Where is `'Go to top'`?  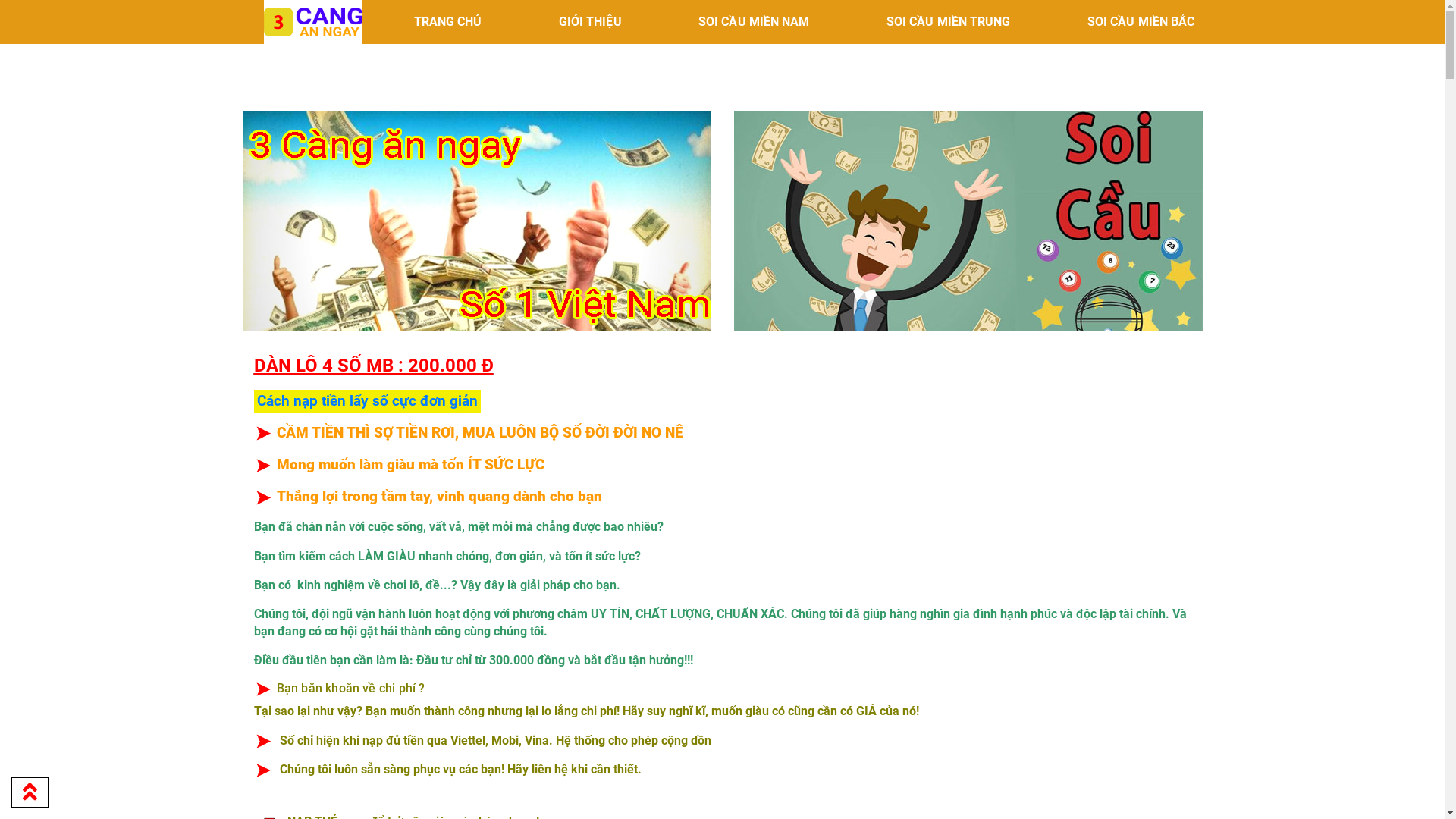
'Go to top' is located at coordinates (30, 792).